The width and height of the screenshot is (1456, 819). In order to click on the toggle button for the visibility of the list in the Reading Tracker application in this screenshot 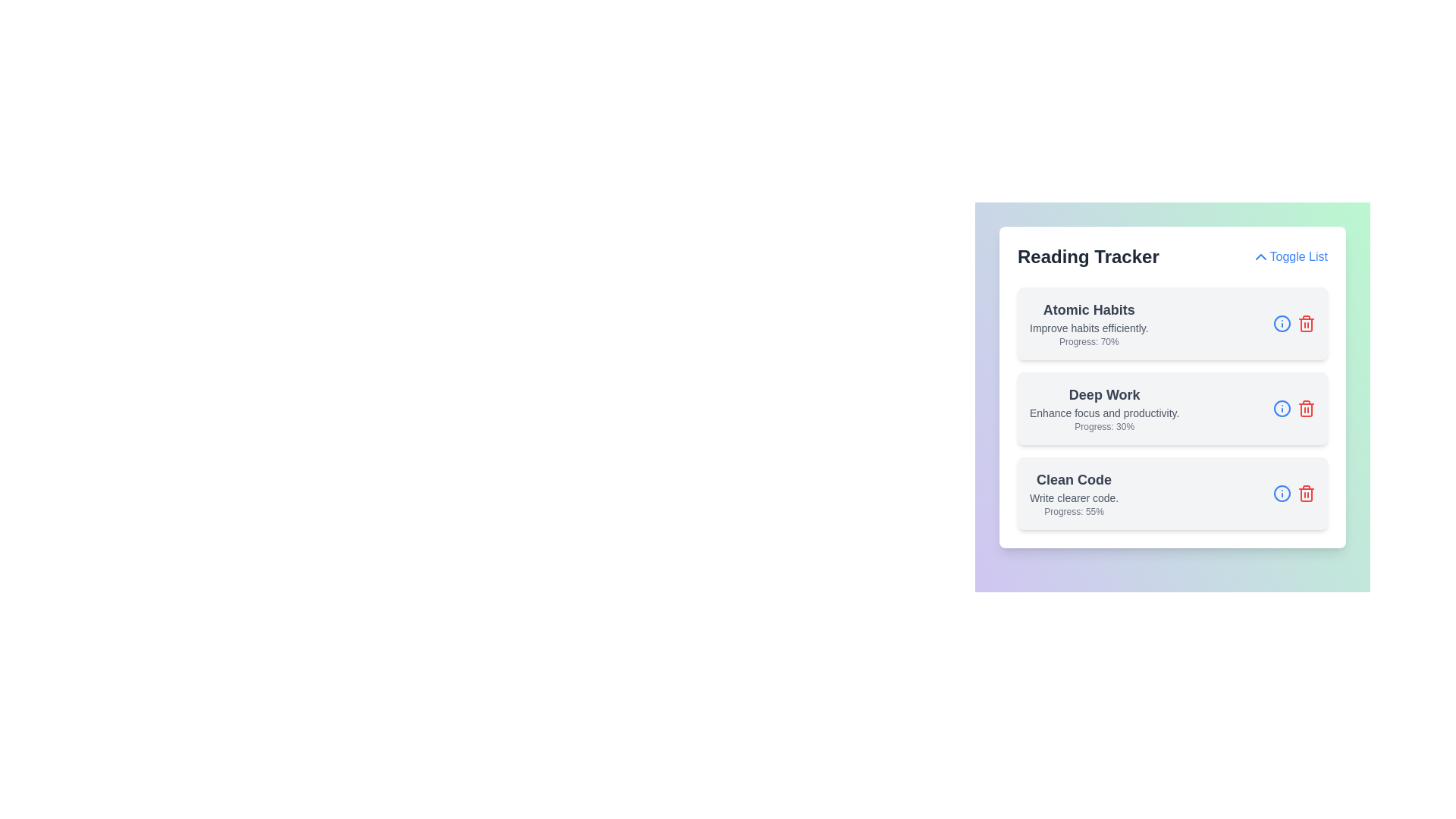, I will do `click(1288, 256)`.